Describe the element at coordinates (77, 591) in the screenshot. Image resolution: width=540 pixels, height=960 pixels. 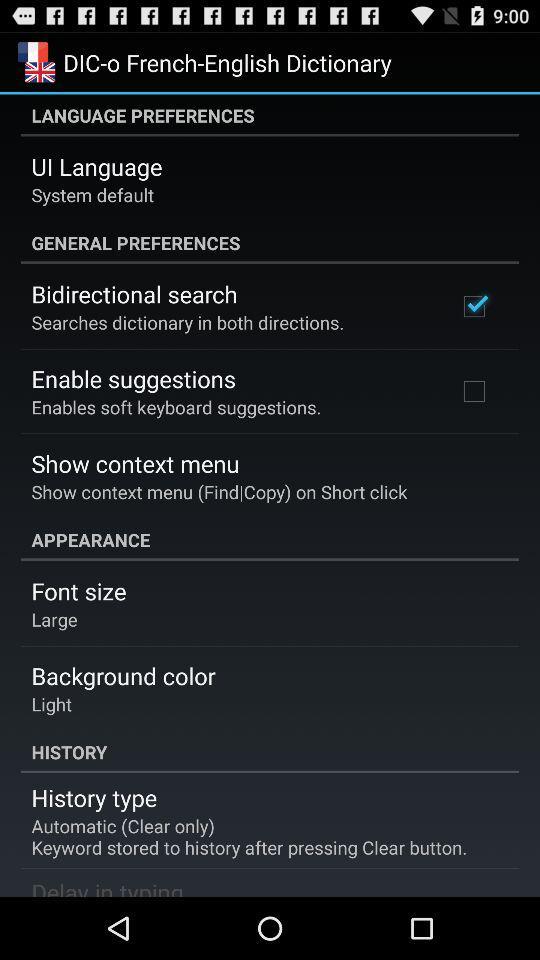
I see `the font size app` at that location.